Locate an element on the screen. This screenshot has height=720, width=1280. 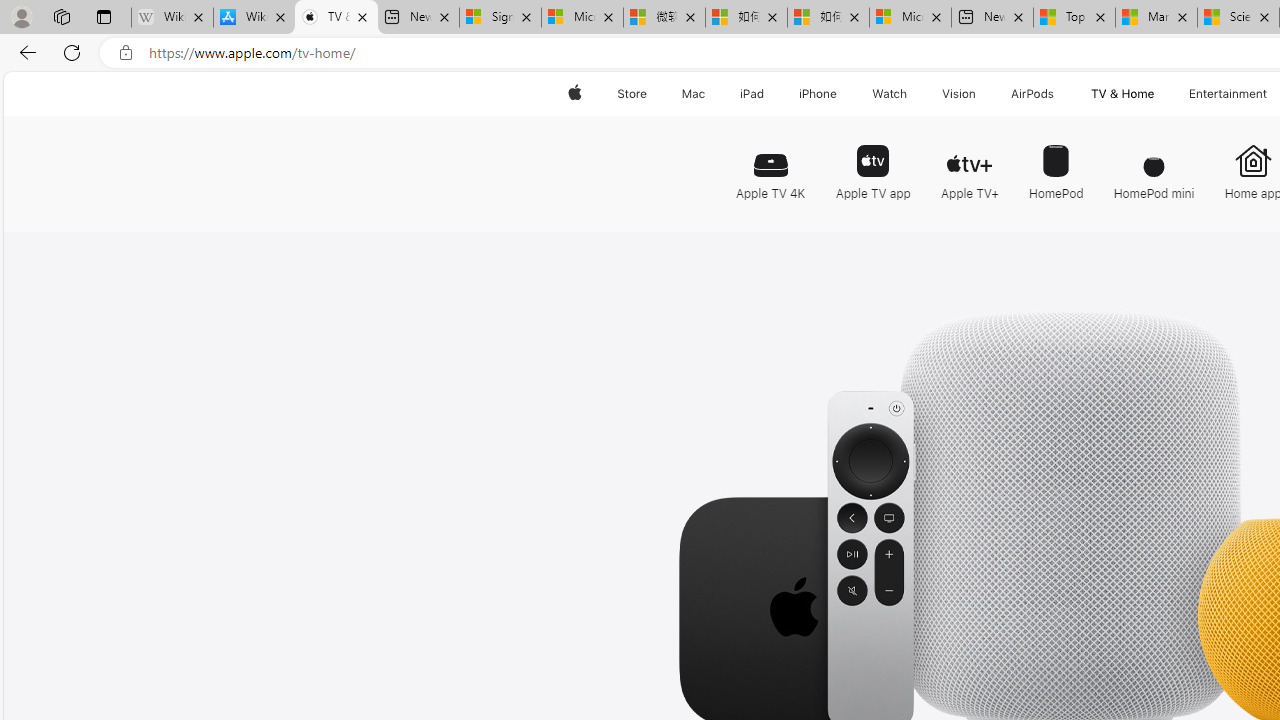
'Apple TV+' is located at coordinates (969, 163).